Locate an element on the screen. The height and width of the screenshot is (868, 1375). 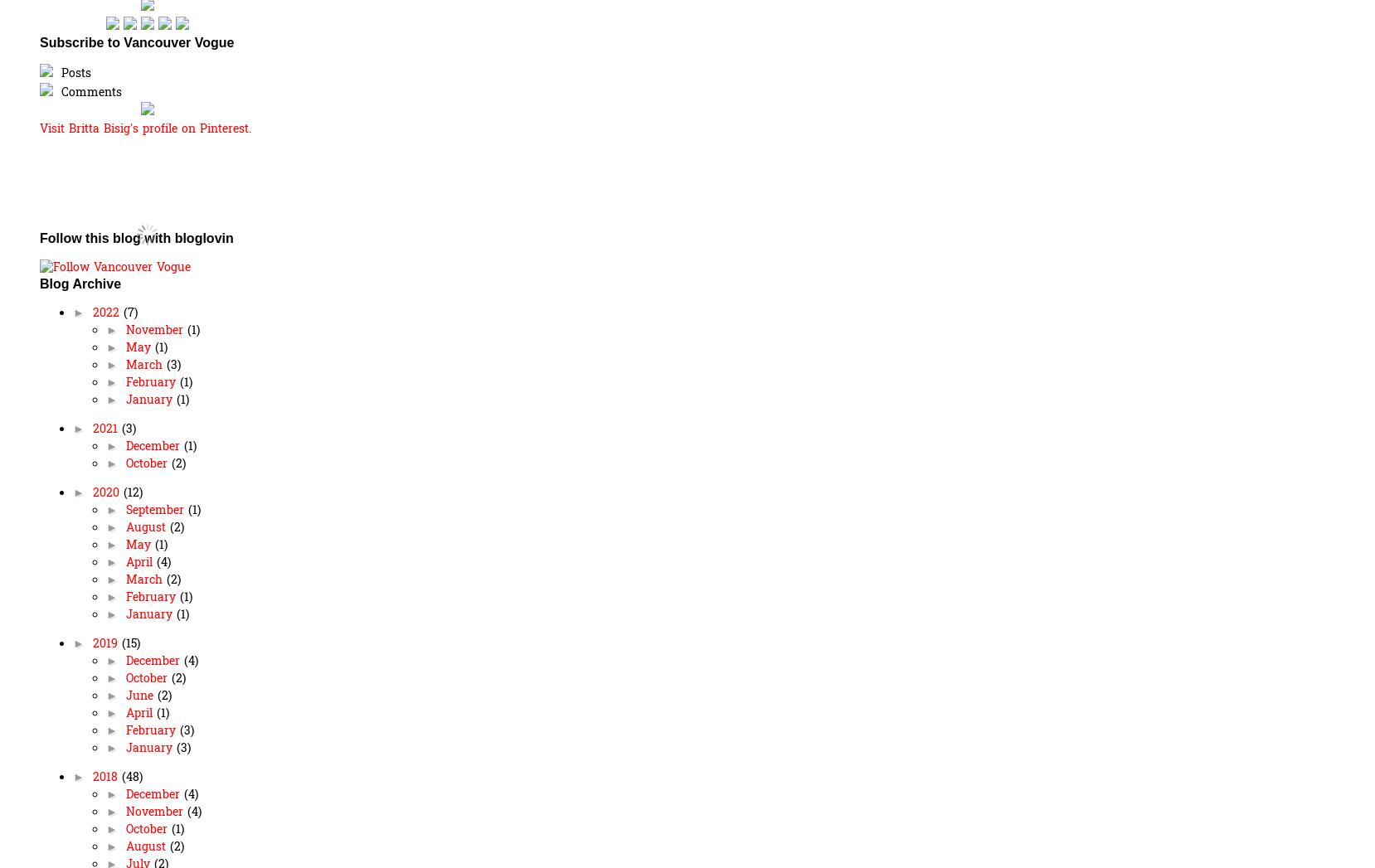
'Blog Archive' is located at coordinates (79, 283).